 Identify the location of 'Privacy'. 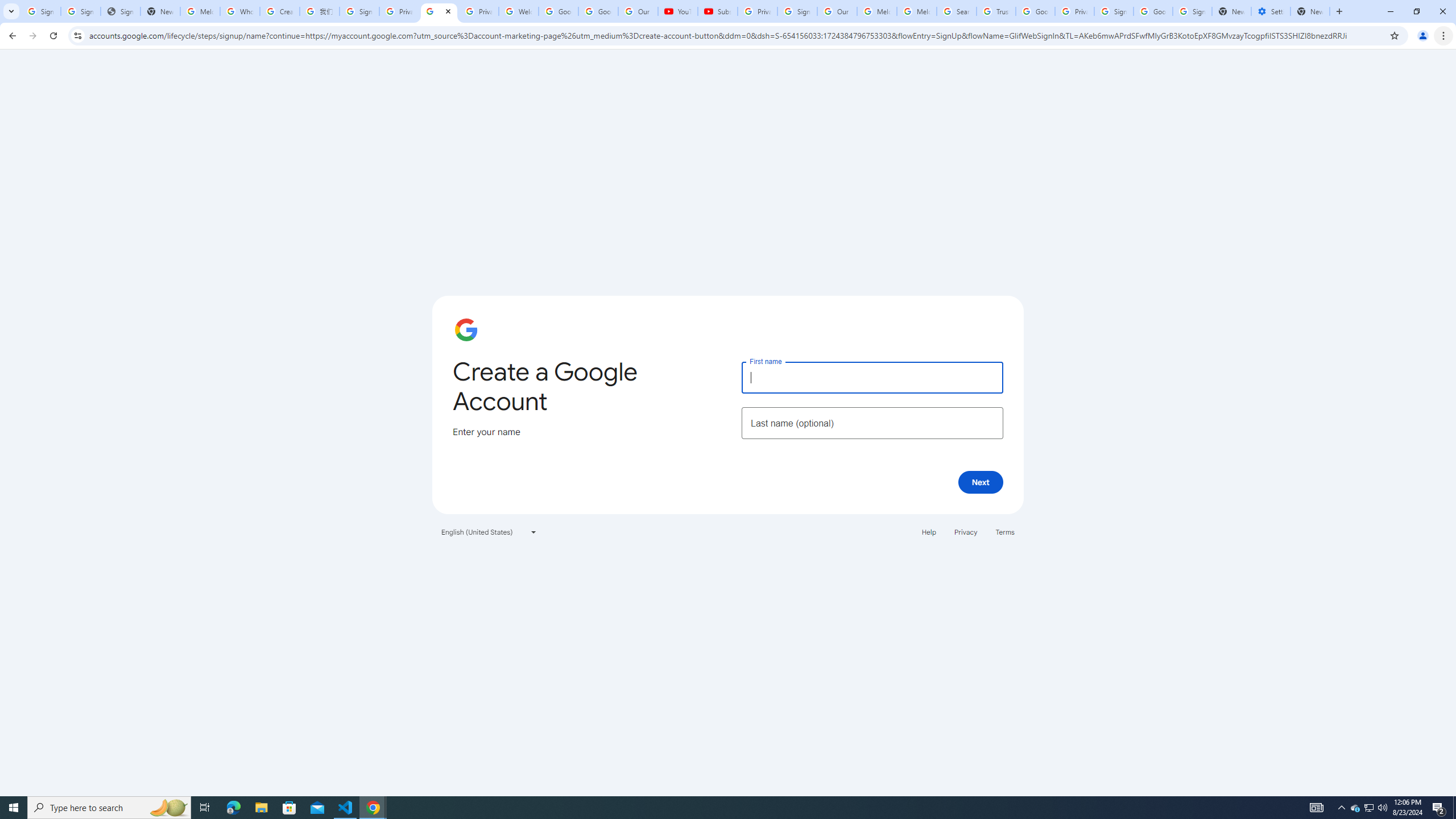
(965, 531).